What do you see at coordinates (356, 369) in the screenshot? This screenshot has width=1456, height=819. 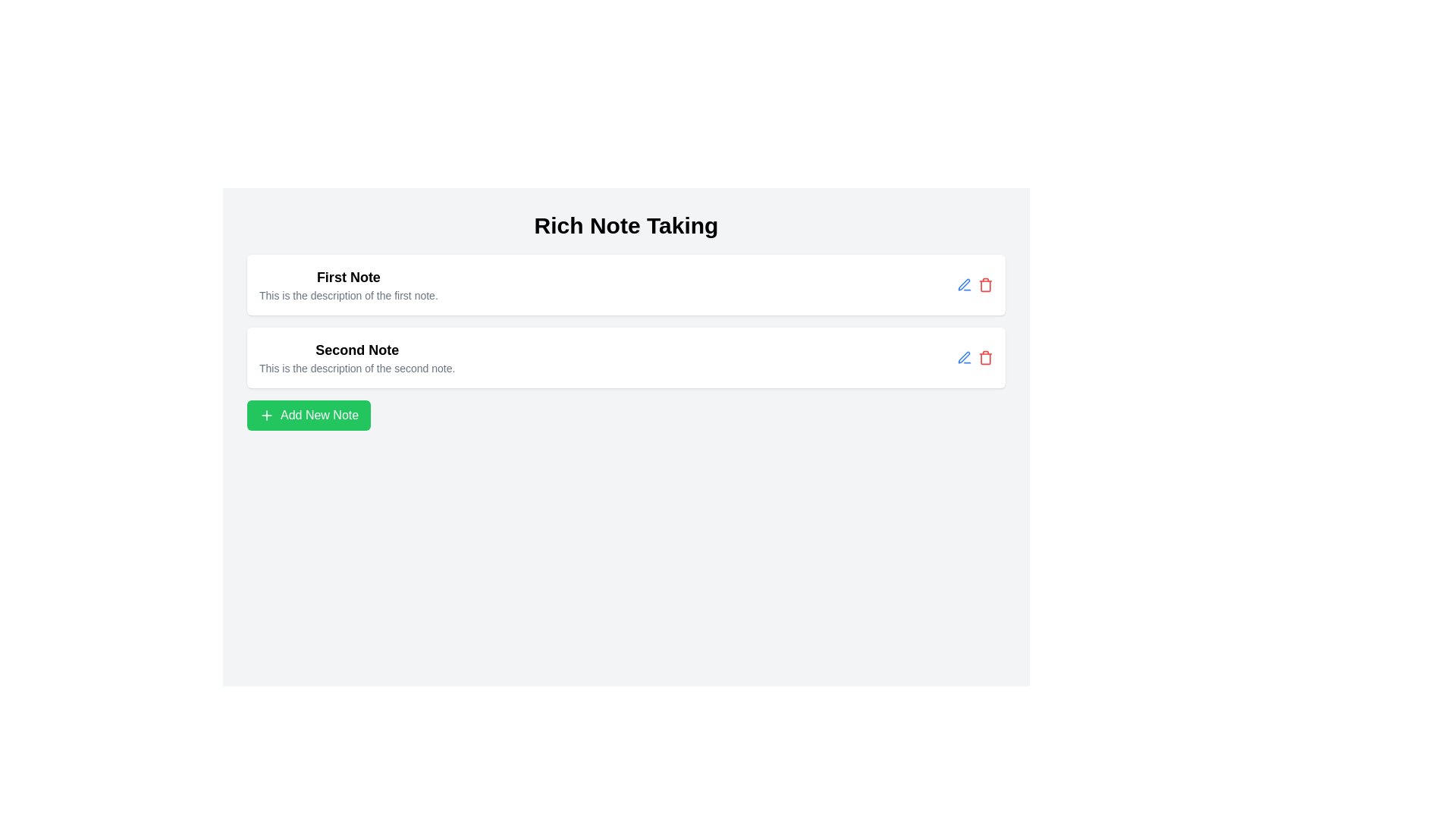 I see `the static text label displaying 'This is the description of the second note.' which is positioned below the title 'Second Note' in the note-taking interface` at bounding box center [356, 369].